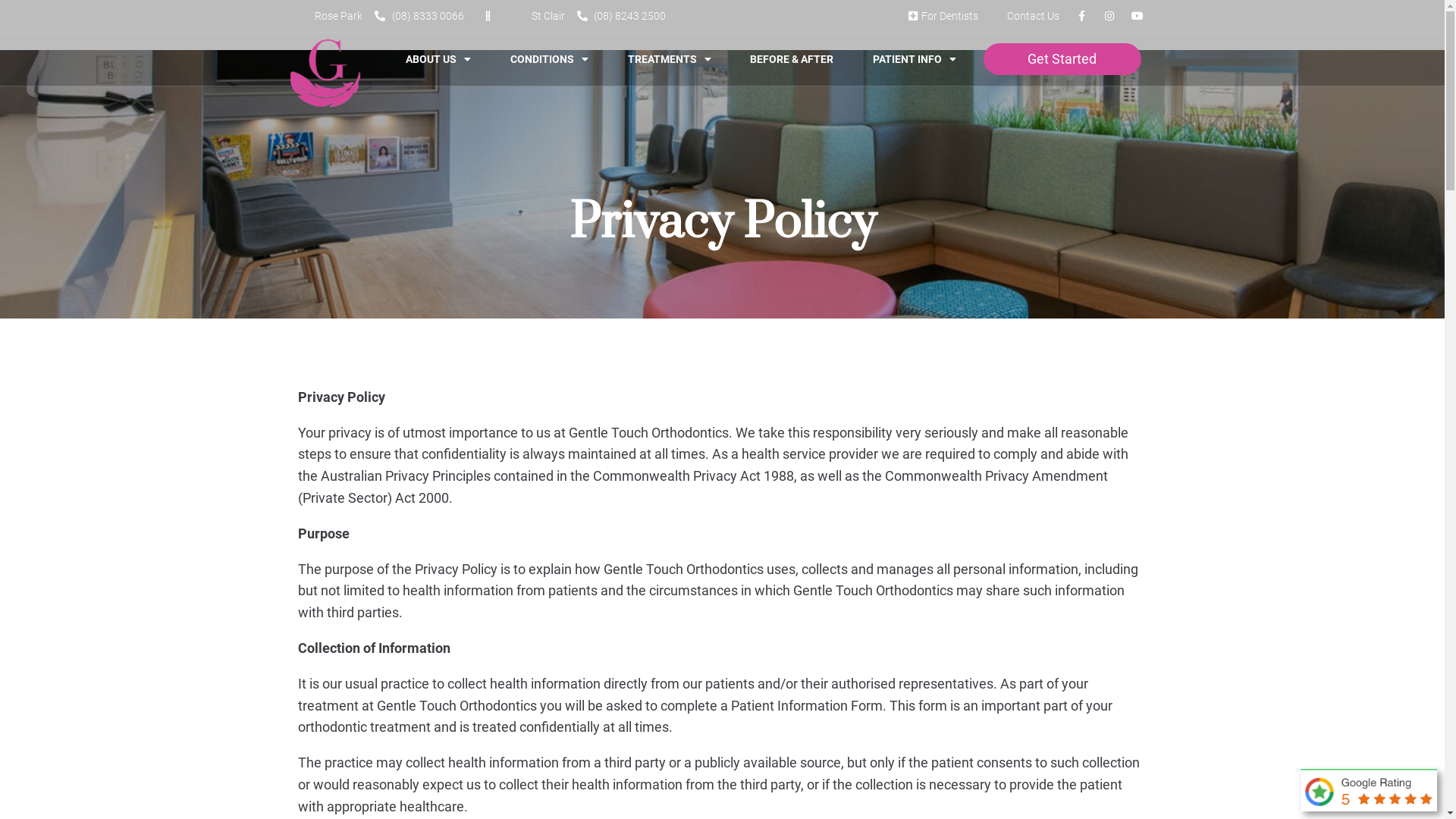 This screenshot has width=1456, height=819. I want to click on 'BEFORE & AFTER', so click(738, 58).